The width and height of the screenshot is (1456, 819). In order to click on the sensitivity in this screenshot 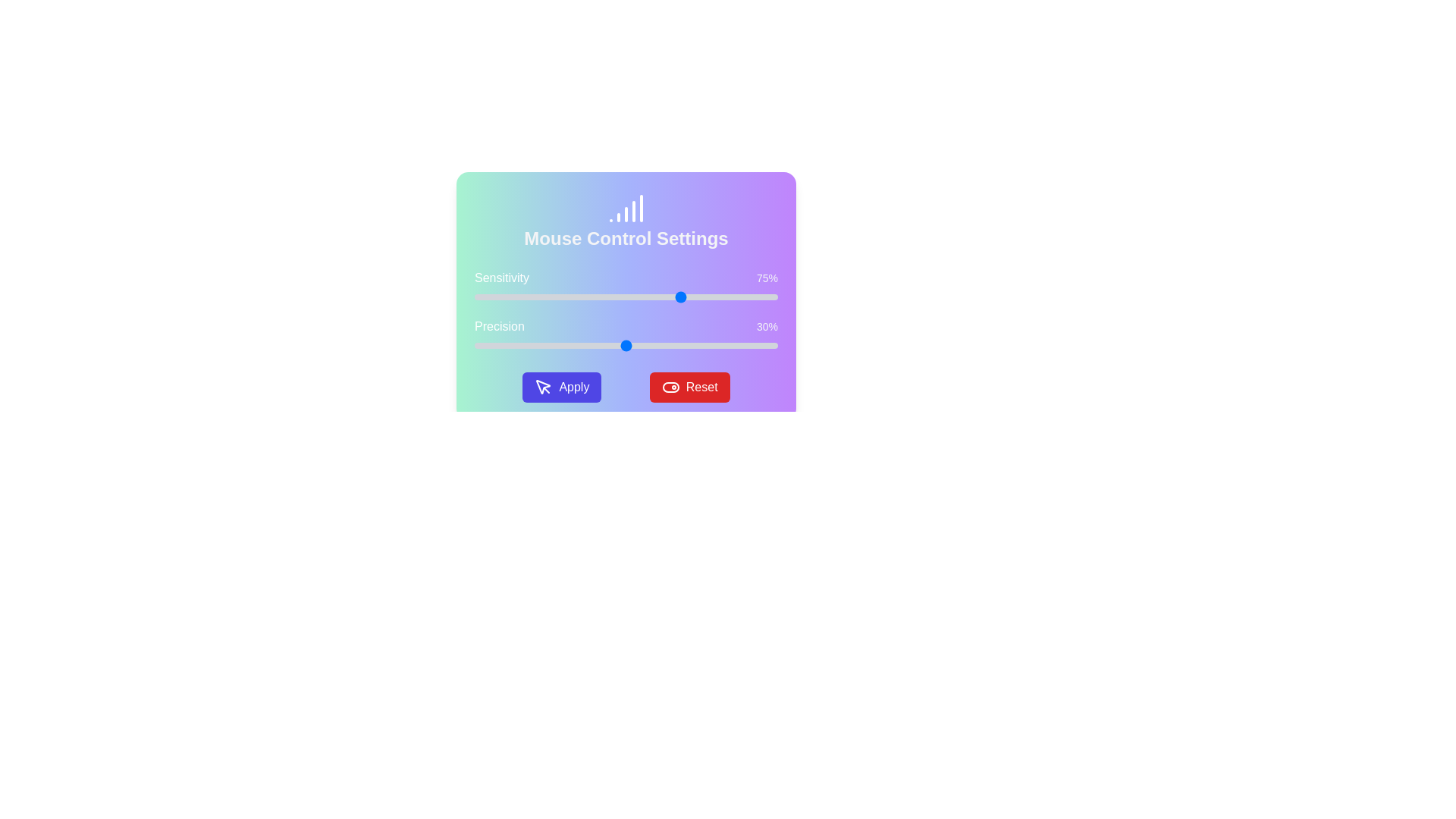, I will do `click(509, 297)`.